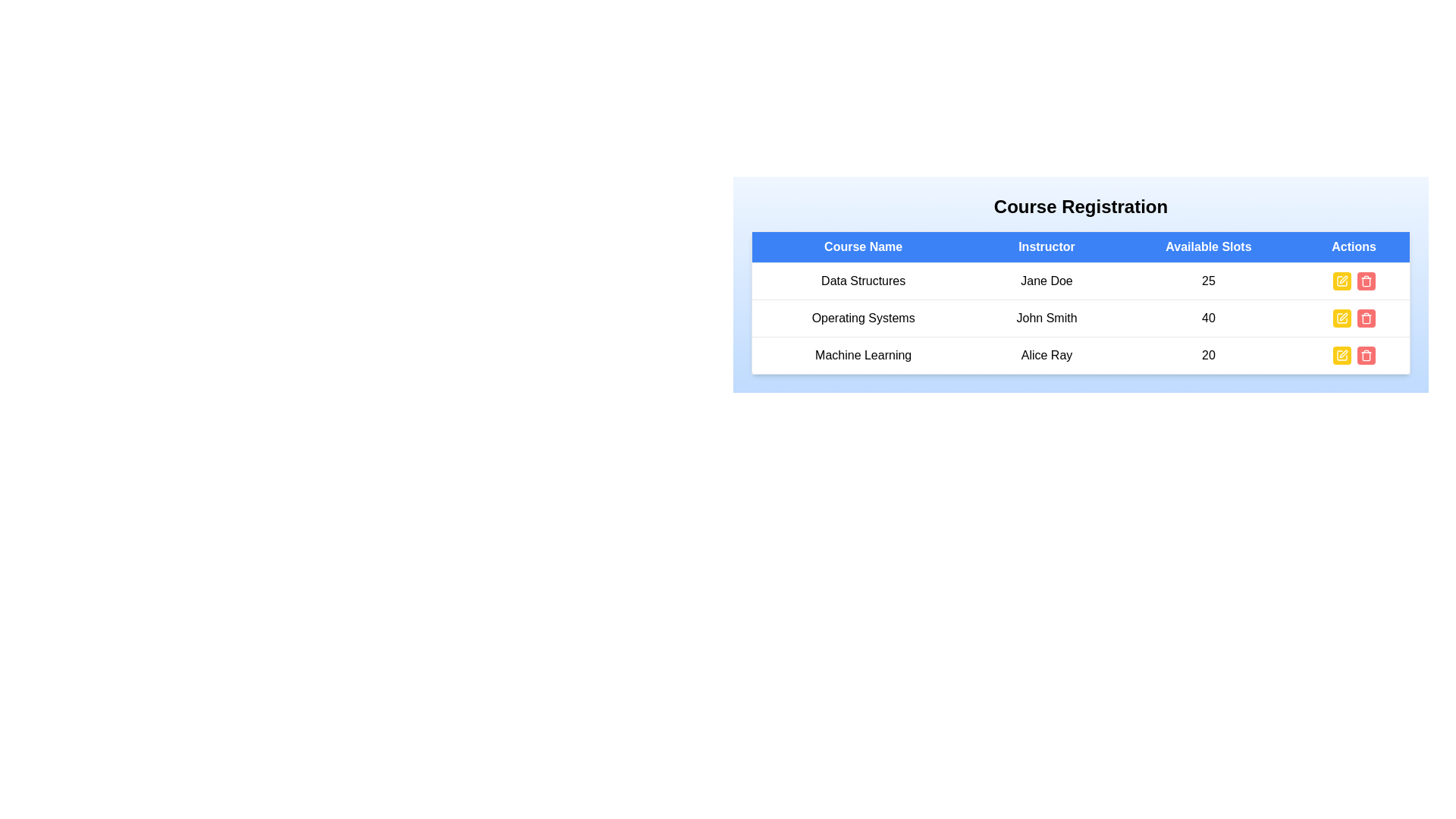 Image resolution: width=1456 pixels, height=819 pixels. Describe the element at coordinates (1354, 246) in the screenshot. I see `the header column 'Actions' to sort the table by that column` at that location.